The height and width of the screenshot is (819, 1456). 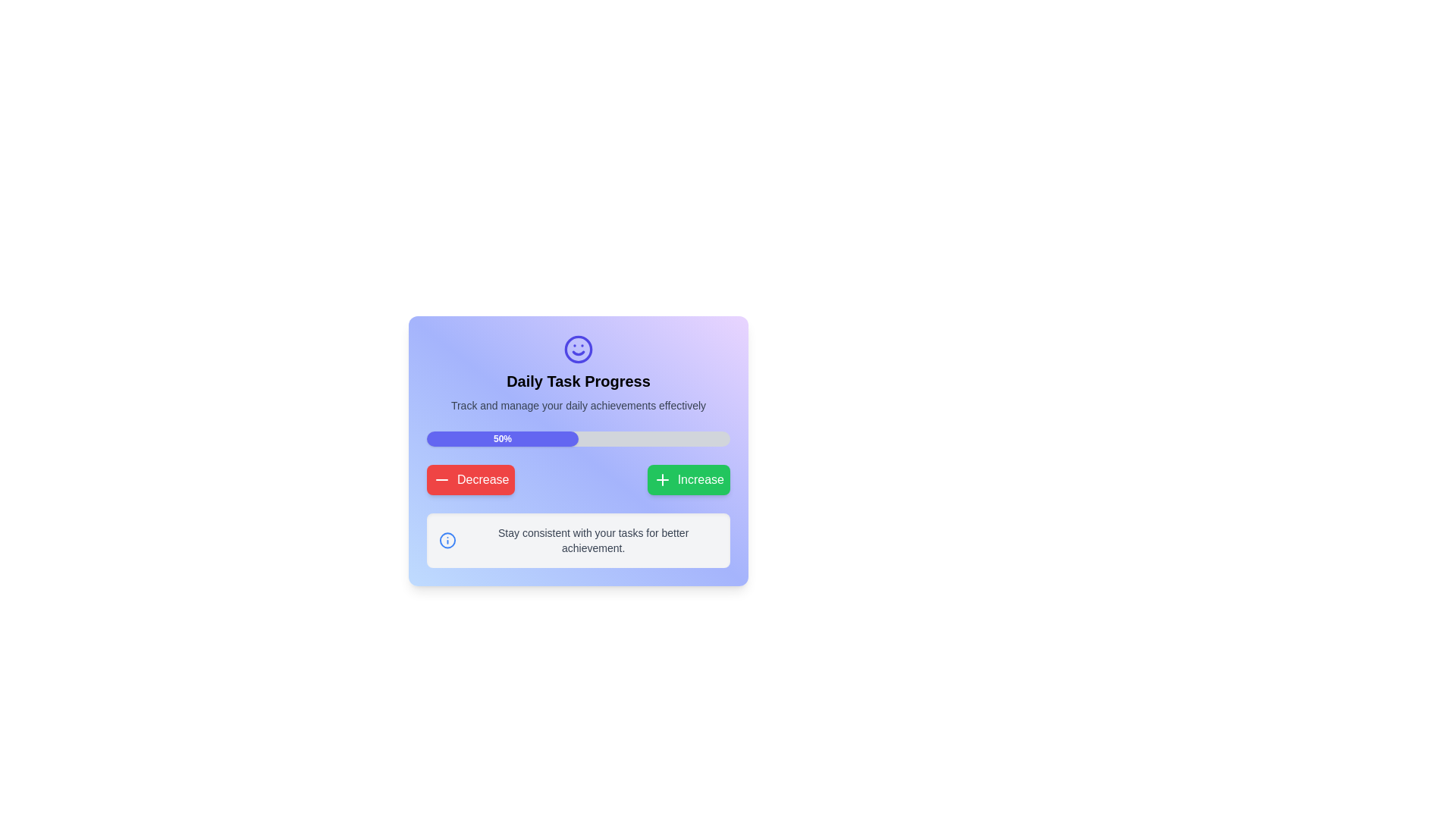 What do you see at coordinates (578, 540) in the screenshot?
I see `text from the Informational box located at the bottom of the card interface, directly beneath the 'Decrease' and 'Increase' buttons` at bounding box center [578, 540].